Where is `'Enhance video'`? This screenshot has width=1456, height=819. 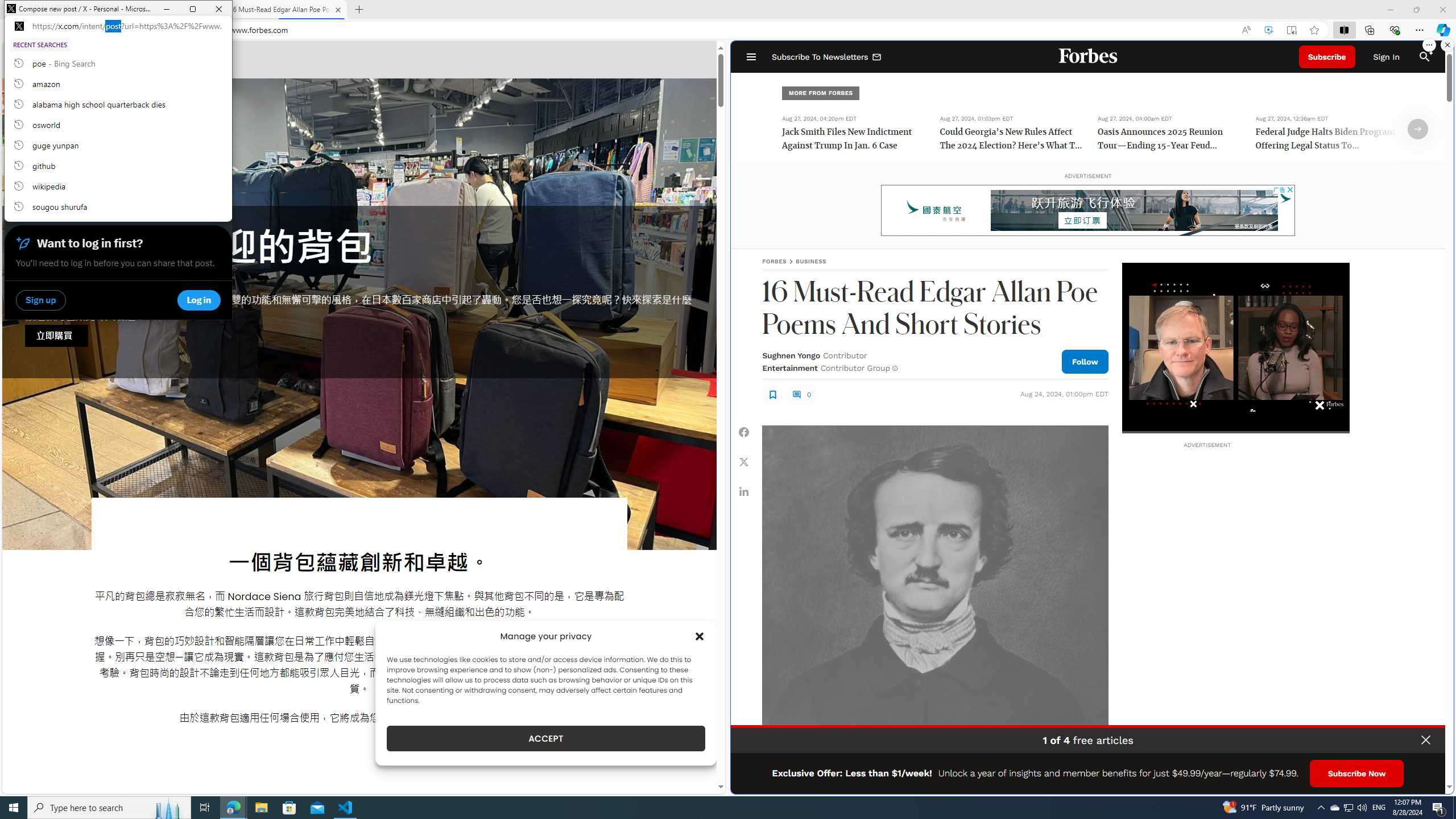 'Enhance video' is located at coordinates (1268, 30).